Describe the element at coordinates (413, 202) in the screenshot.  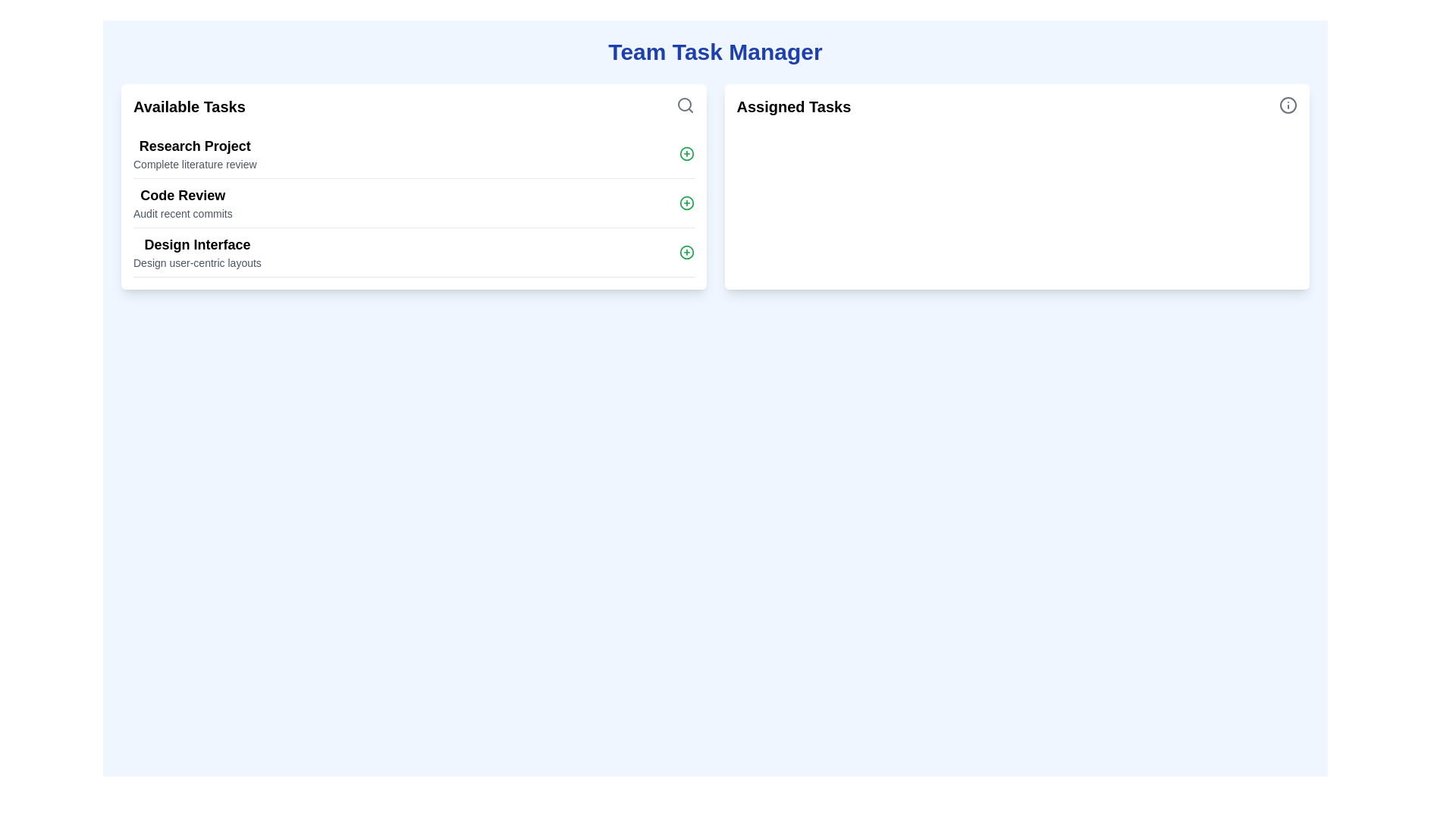
I see `the 'Code Review' task entry in the 'Available Tasks' list` at that location.